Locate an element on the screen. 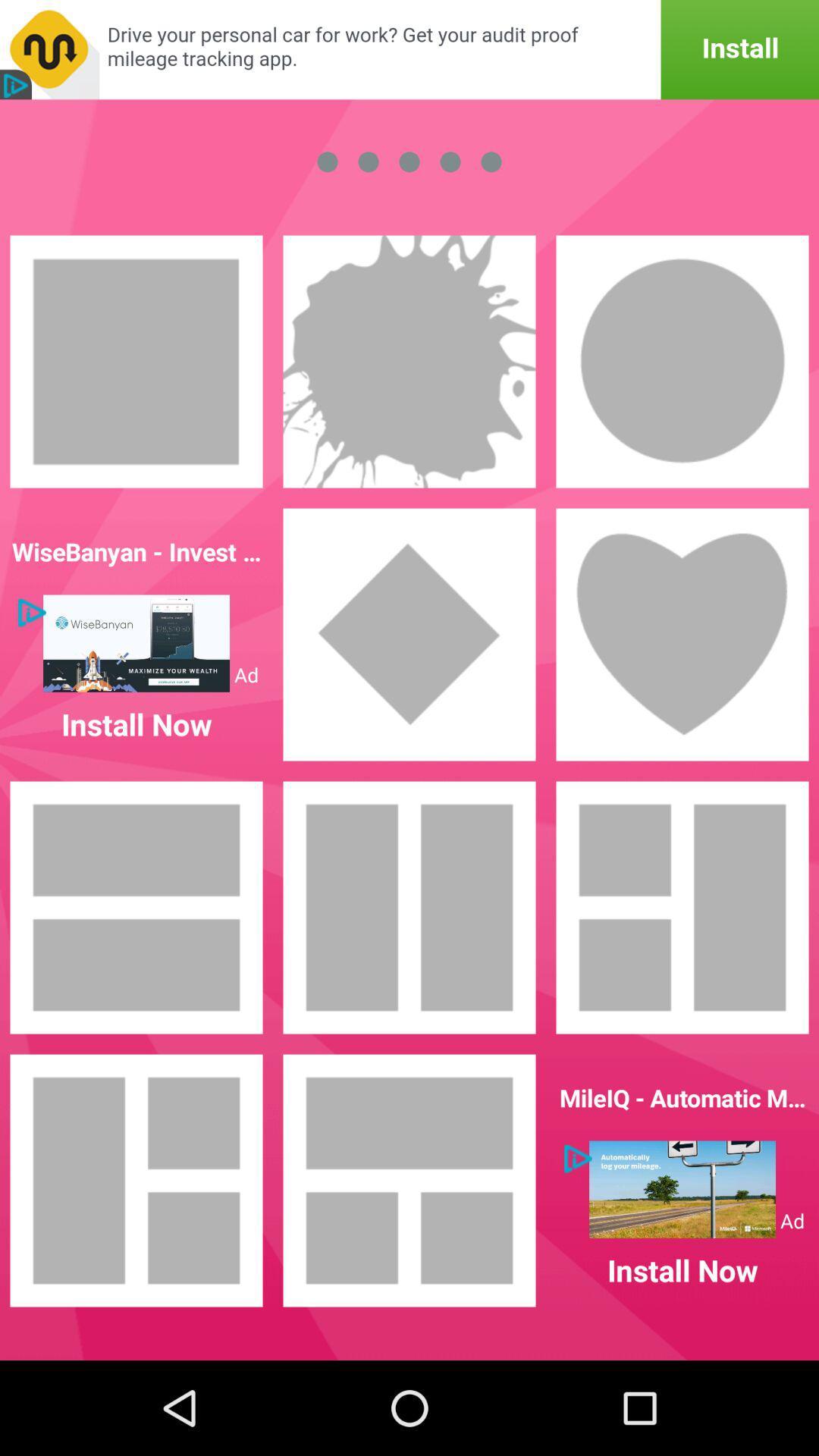 The height and width of the screenshot is (1456, 819). frame selection is located at coordinates (681, 634).